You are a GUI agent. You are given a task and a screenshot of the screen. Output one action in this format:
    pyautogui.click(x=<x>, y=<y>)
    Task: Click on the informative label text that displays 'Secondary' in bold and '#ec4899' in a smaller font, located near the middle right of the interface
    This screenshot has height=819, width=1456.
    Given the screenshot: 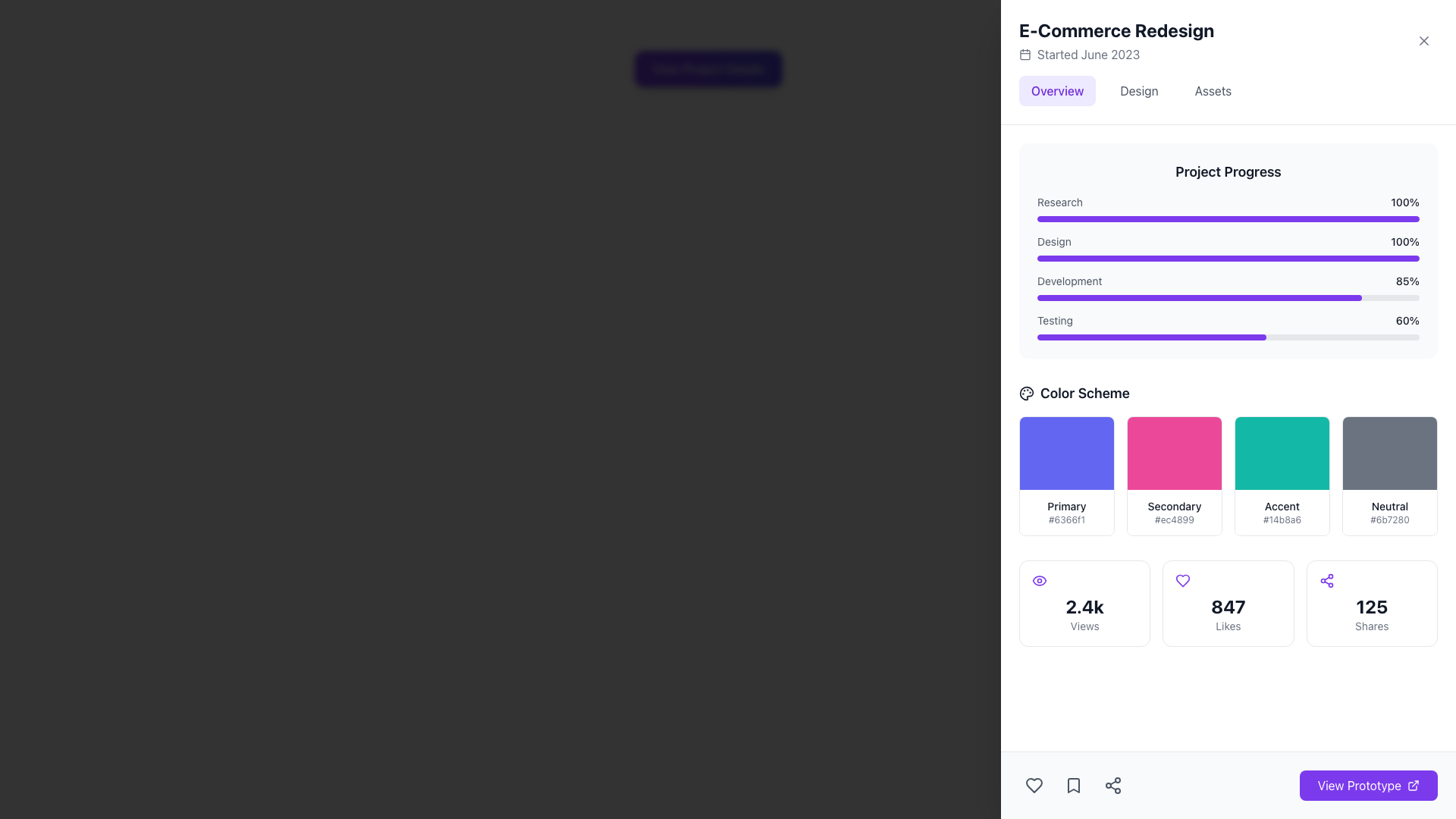 What is the action you would take?
    pyautogui.click(x=1174, y=512)
    